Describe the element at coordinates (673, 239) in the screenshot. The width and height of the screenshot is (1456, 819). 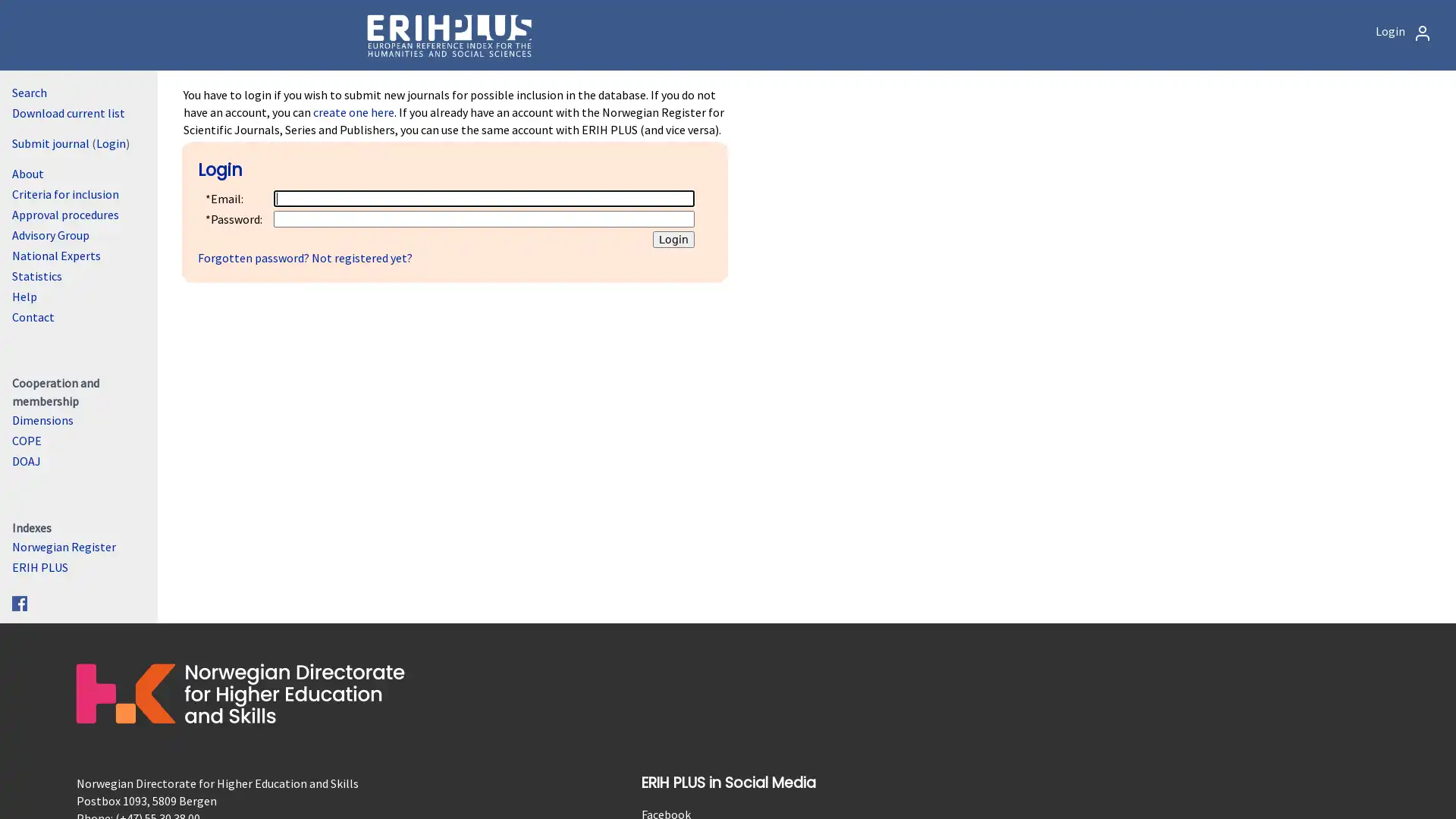
I see `Login` at that location.